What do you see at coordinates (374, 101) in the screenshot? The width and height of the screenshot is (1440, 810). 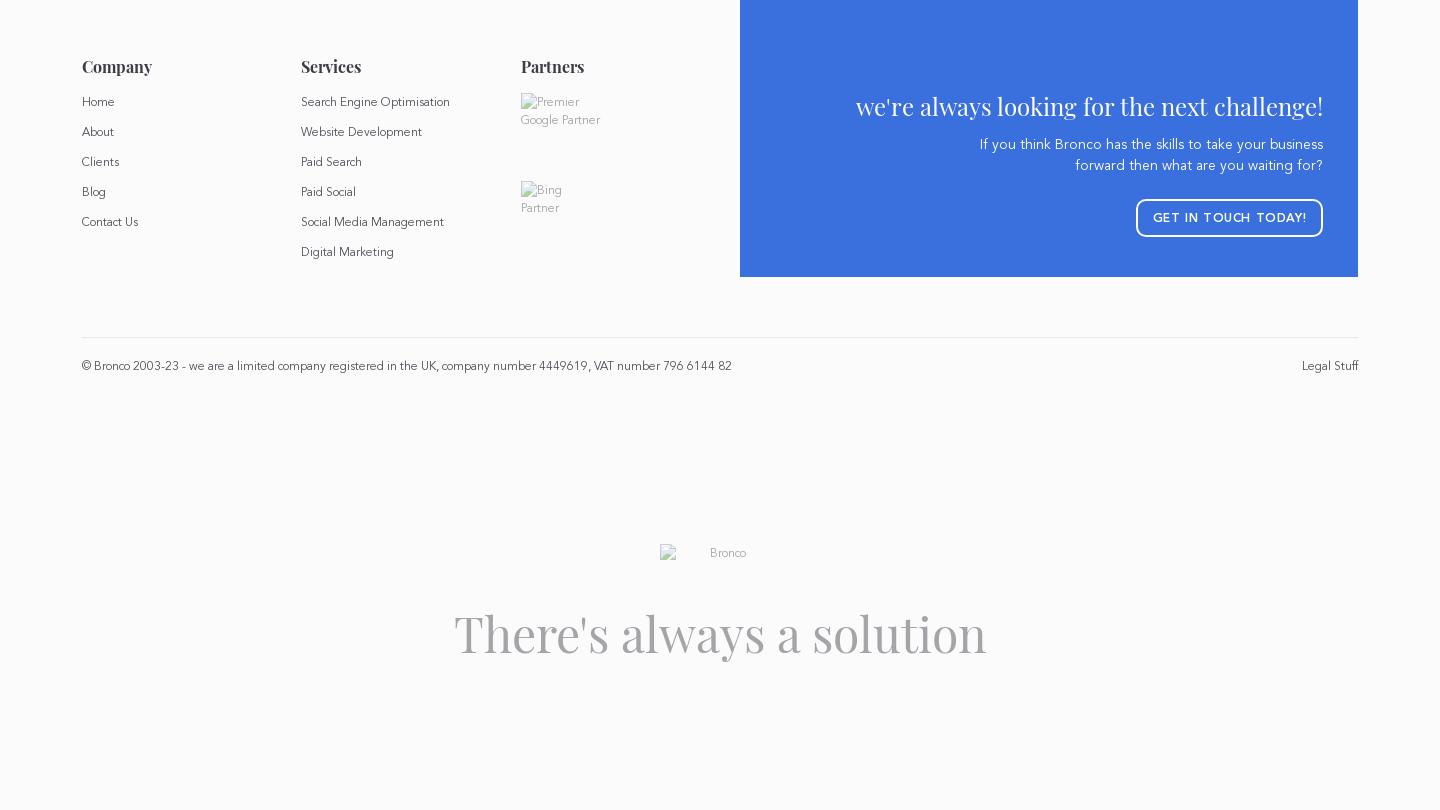 I see `'Search Engine Optimisation'` at bounding box center [374, 101].